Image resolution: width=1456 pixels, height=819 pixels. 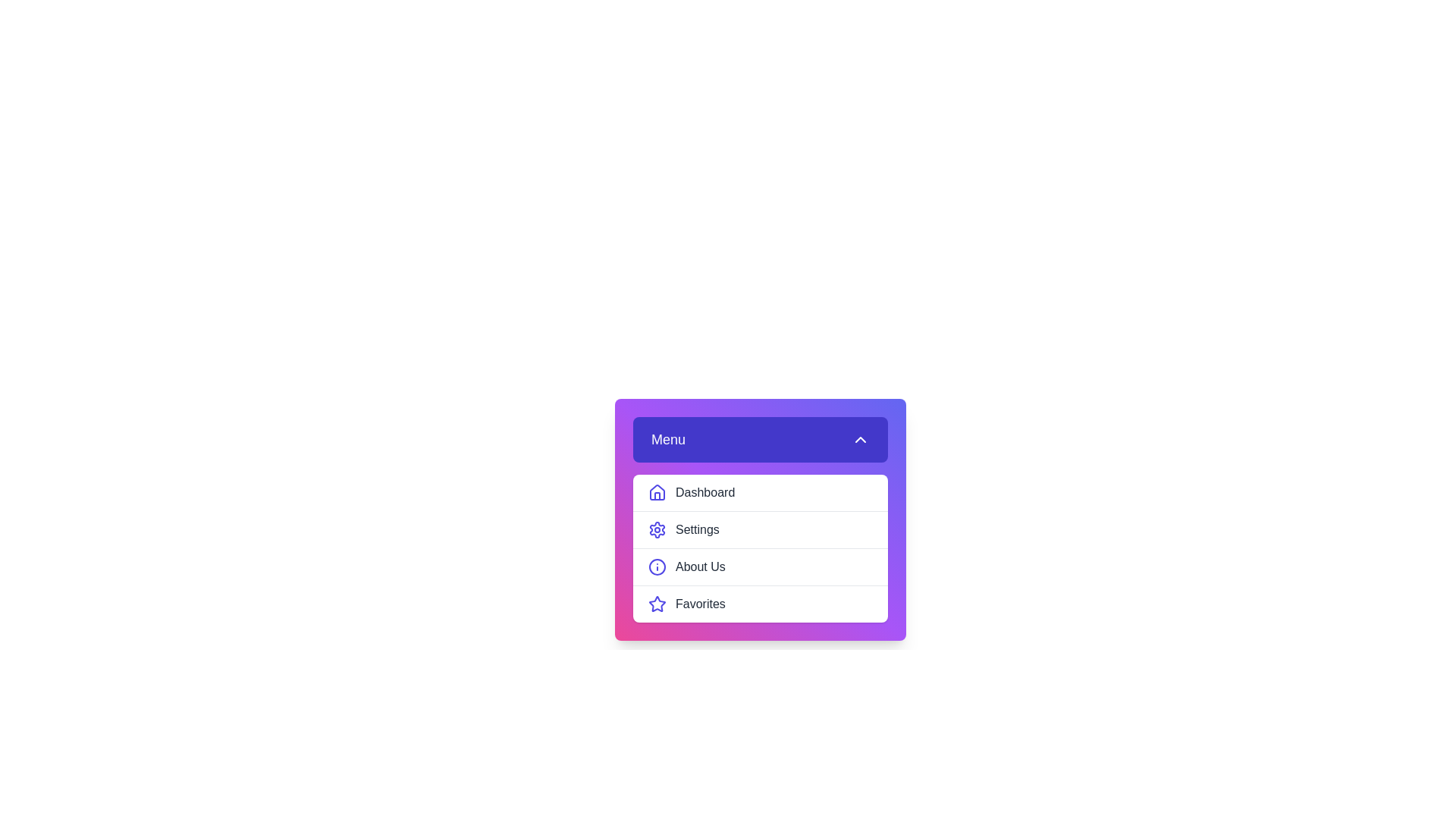 What do you see at coordinates (657, 493) in the screenshot?
I see `the icon next to the menu item Dashboard` at bounding box center [657, 493].